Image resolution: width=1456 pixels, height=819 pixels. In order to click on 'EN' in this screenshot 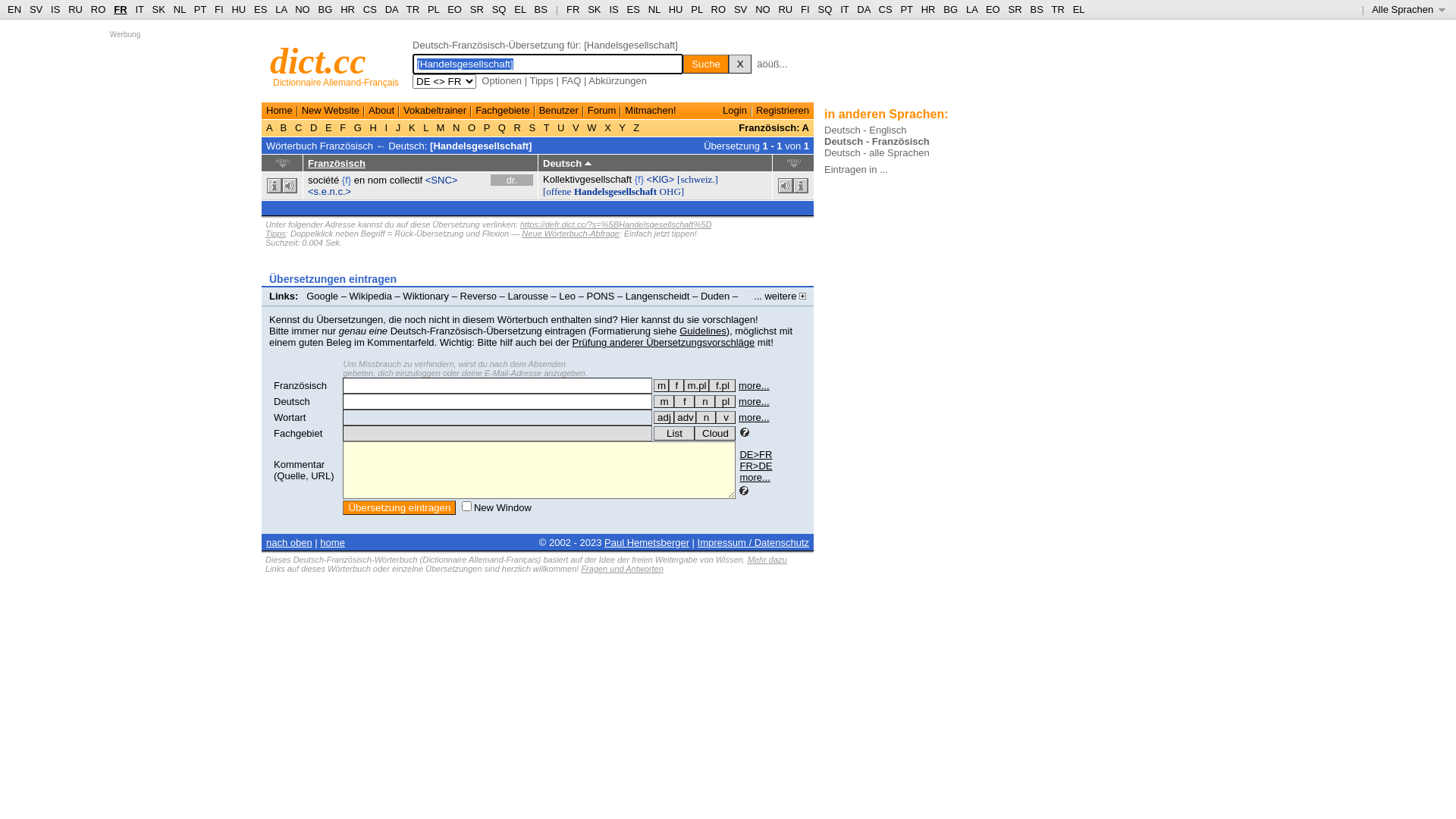, I will do `click(14, 9)`.